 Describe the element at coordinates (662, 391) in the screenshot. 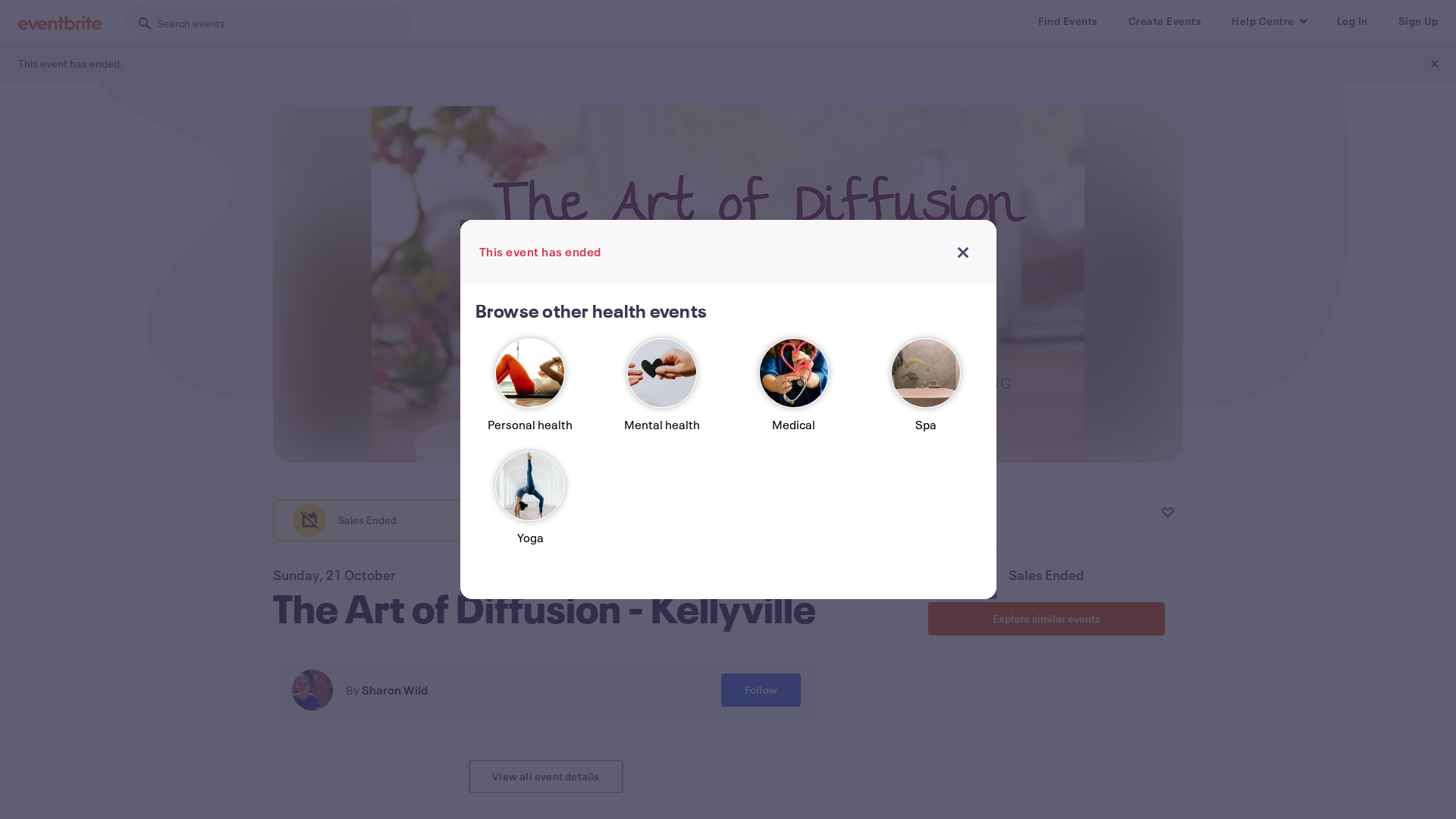

I see `'Mental health'` at that location.